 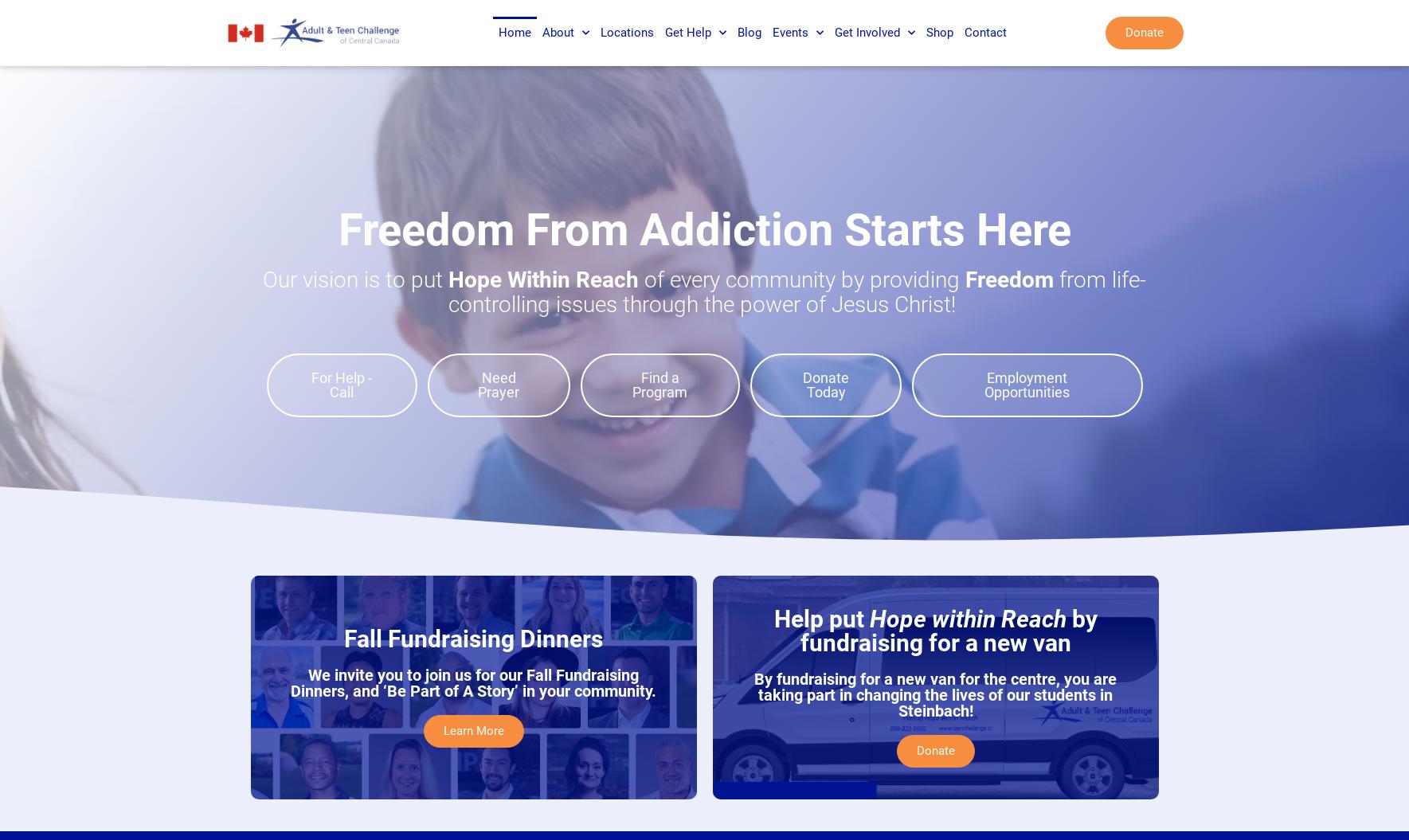 What do you see at coordinates (703, 229) in the screenshot?
I see `'Freedom From Addiction Starts Here'` at bounding box center [703, 229].